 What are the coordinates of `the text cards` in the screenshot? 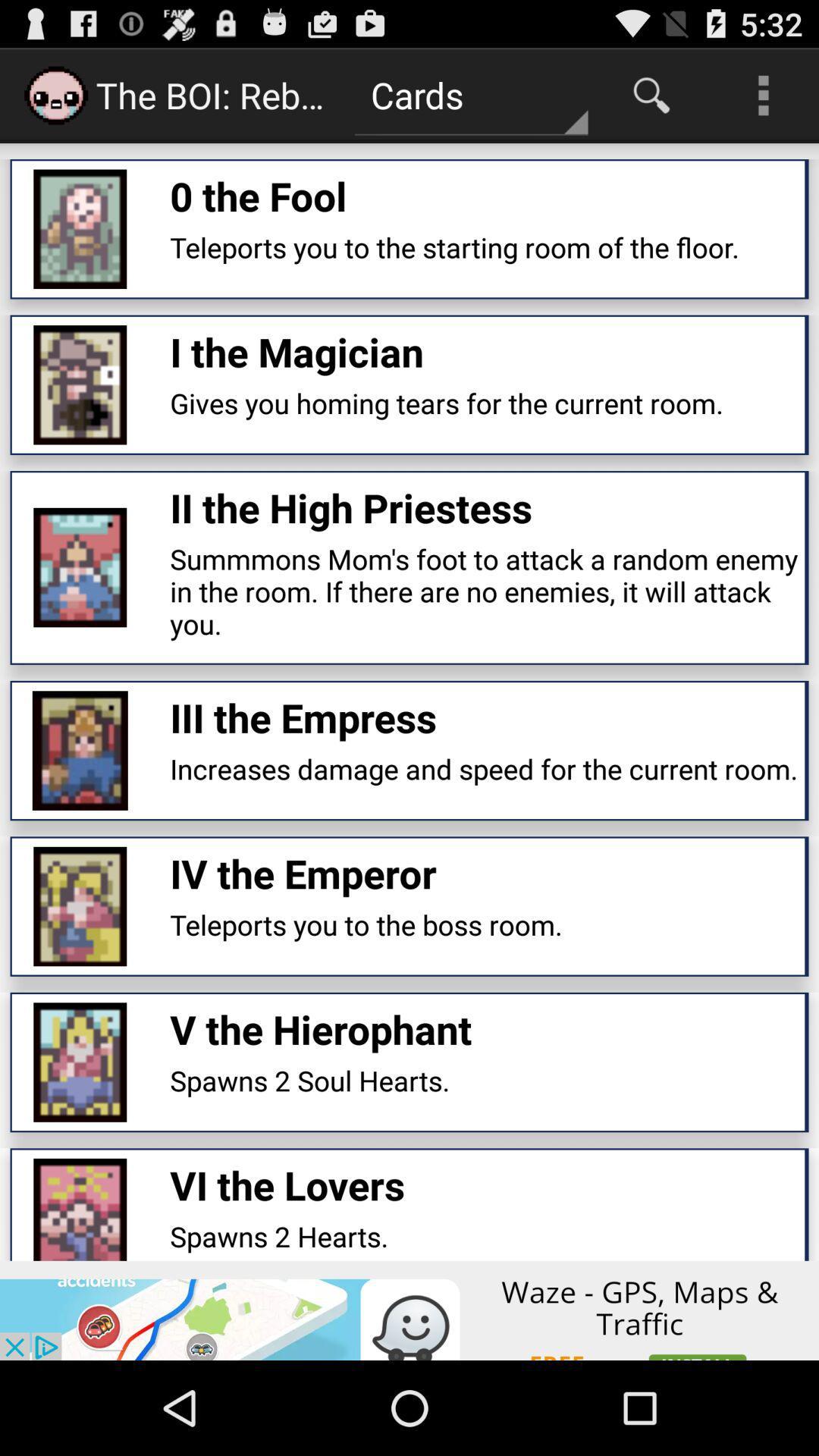 It's located at (470, 94).